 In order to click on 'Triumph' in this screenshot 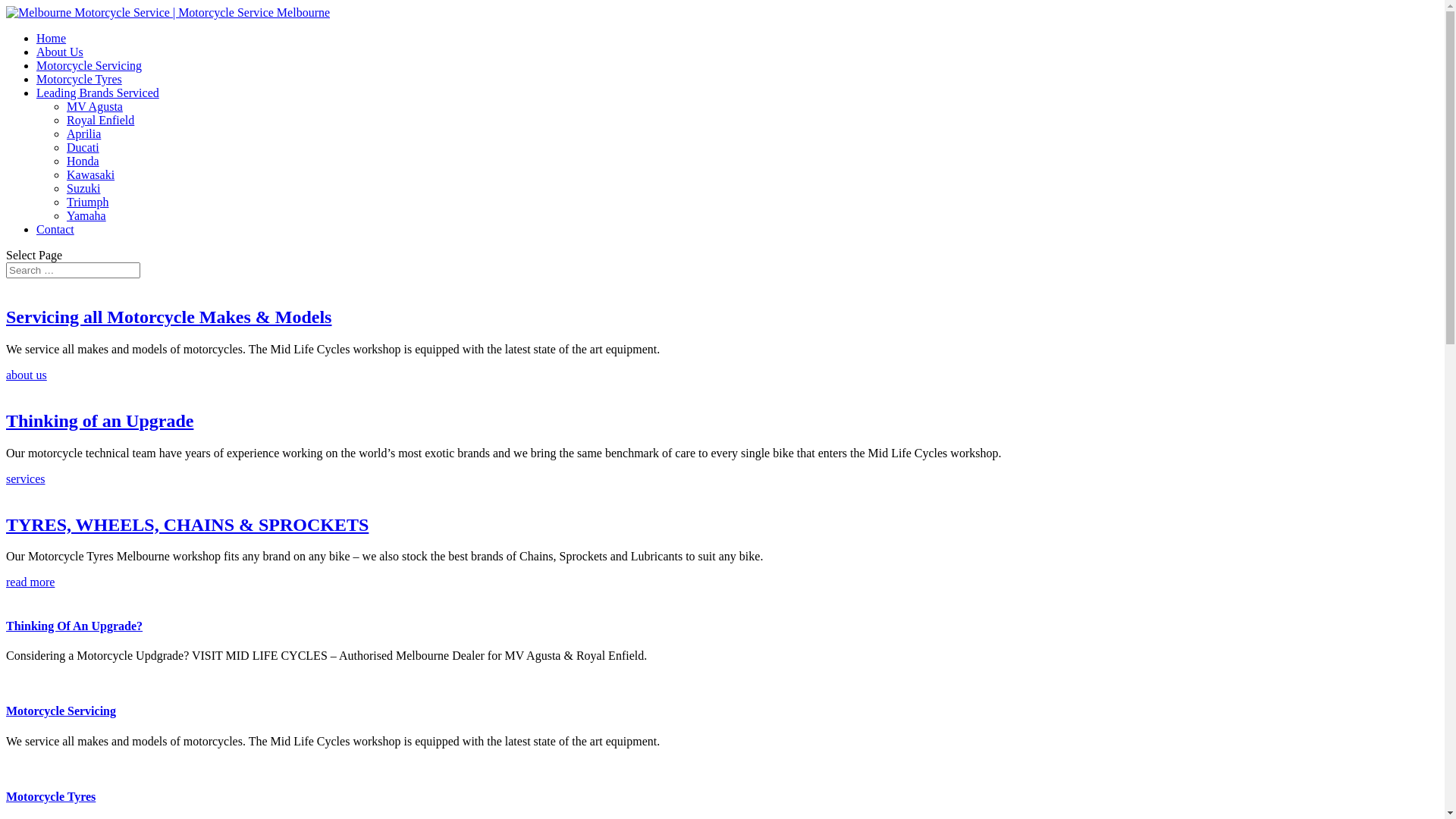, I will do `click(65, 201)`.